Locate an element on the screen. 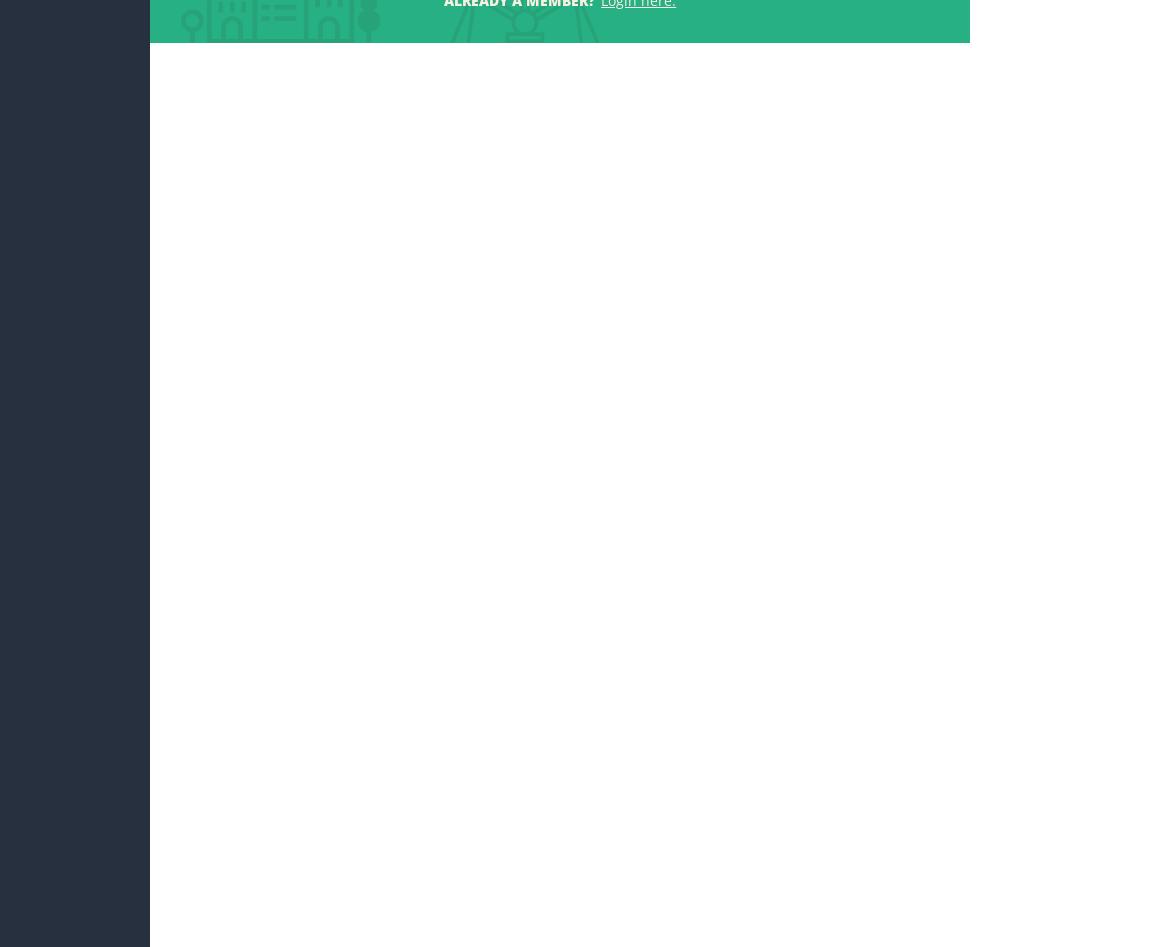 This screenshot has height=947, width=1150. 'UNOPS' is located at coordinates (779, 920).